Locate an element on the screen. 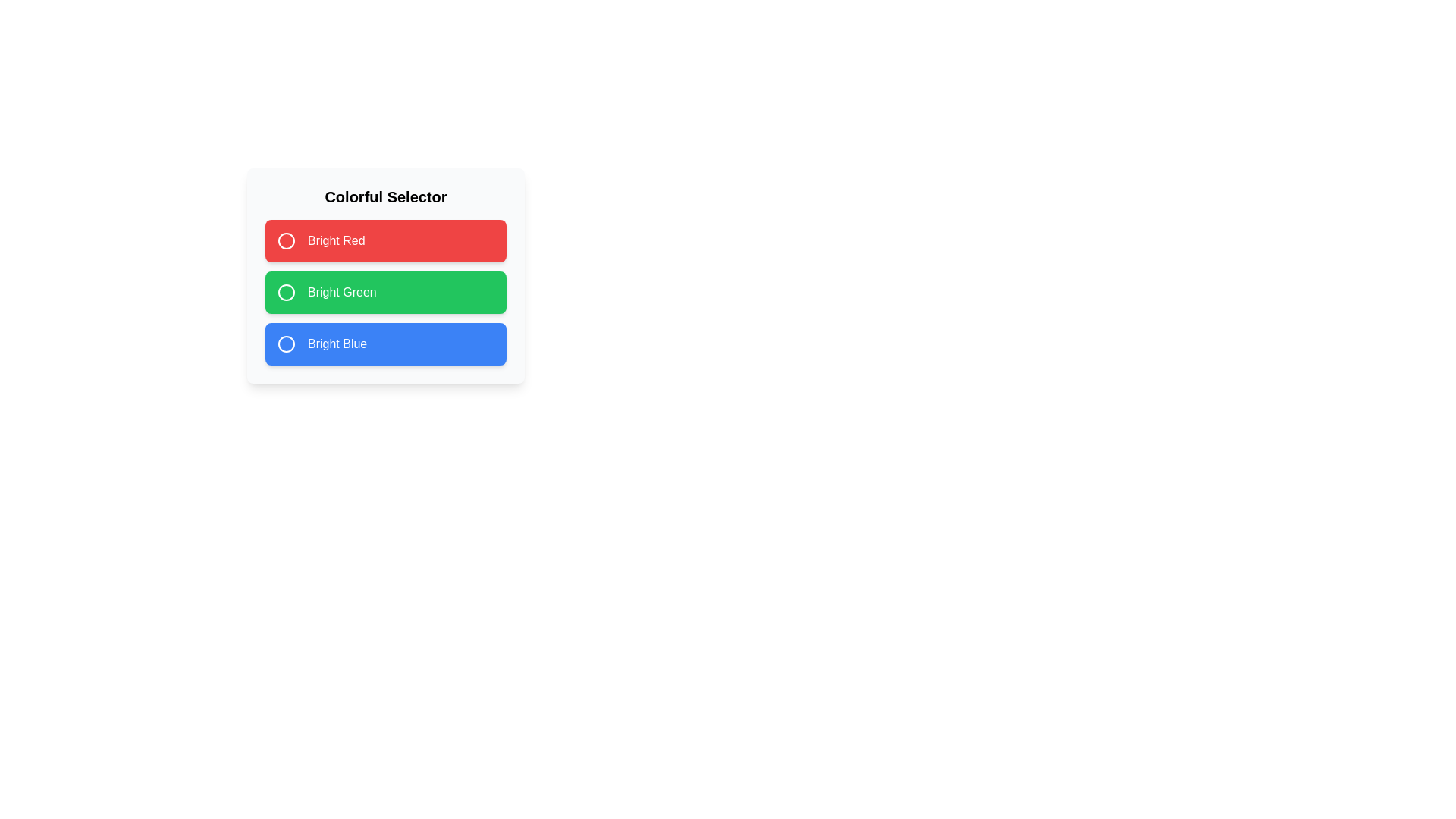  the circular decoration graphic in the third option of the vertical list within the blue box labeled 'Bright Blue' is located at coordinates (287, 344).